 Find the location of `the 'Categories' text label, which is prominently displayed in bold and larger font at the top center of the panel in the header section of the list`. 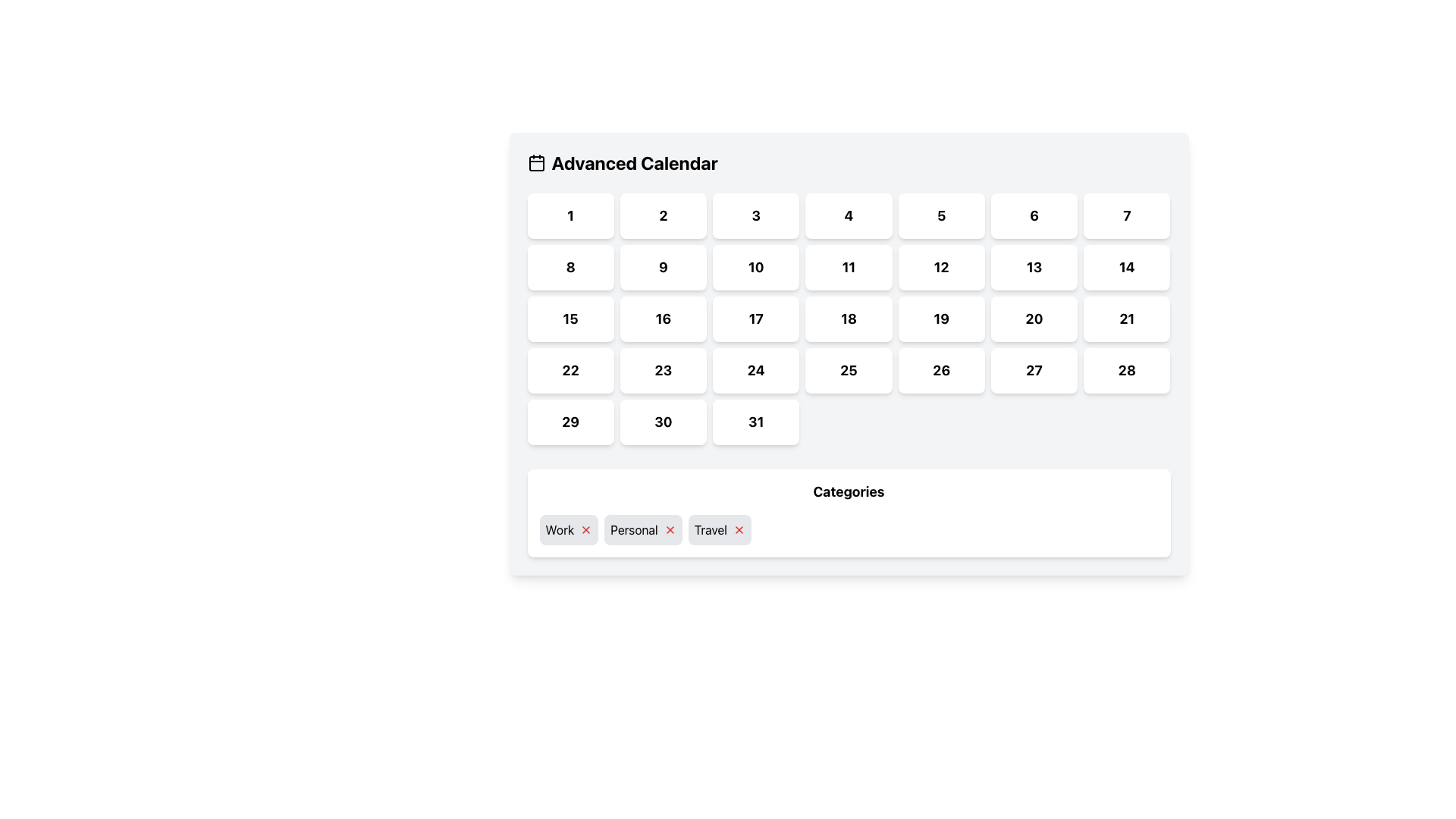

the 'Categories' text label, which is prominently displayed in bold and larger font at the top center of the panel in the header section of the list is located at coordinates (848, 491).